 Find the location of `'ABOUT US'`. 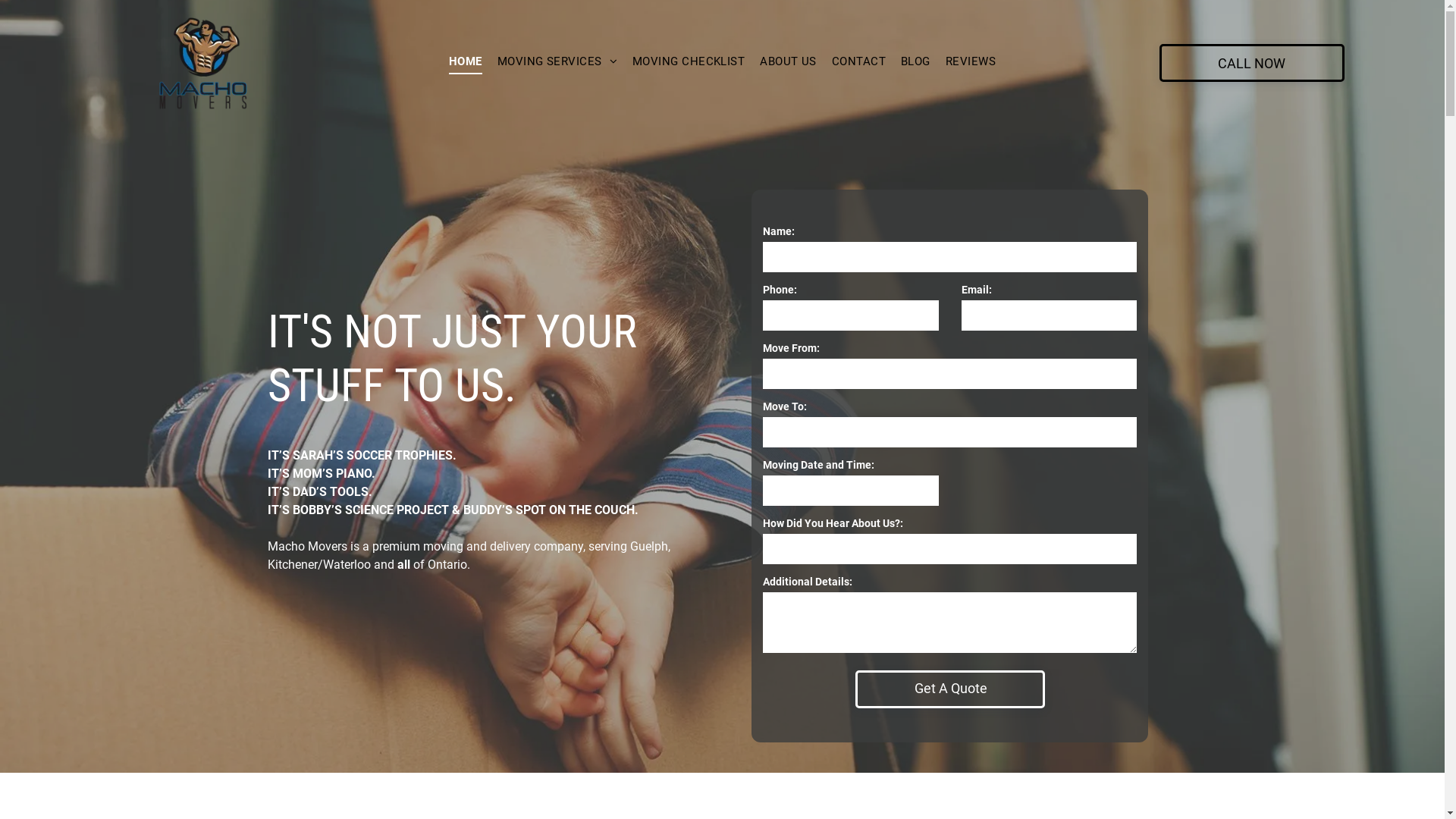

'ABOUT US' is located at coordinates (752, 61).